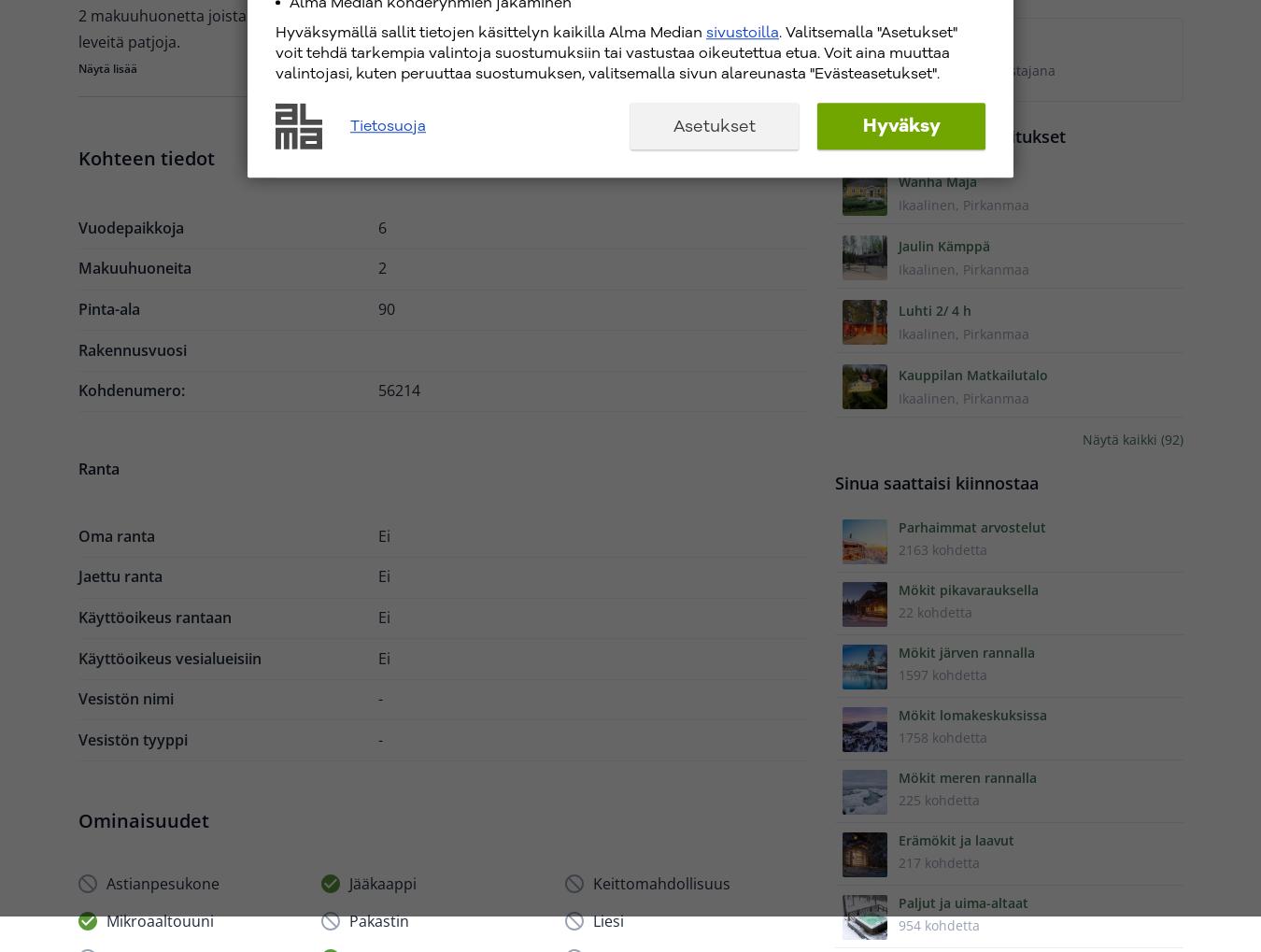 This screenshot has width=1261, height=952. Describe the element at coordinates (432, 367) in the screenshot. I see `'Mökin hanavesi tulee järvestä, joka on  kirkasvetinen ja hyvälaatuinen. Omistaja toimittaa loman aluksi 20 litran juomavesikanisterin.'` at that location.